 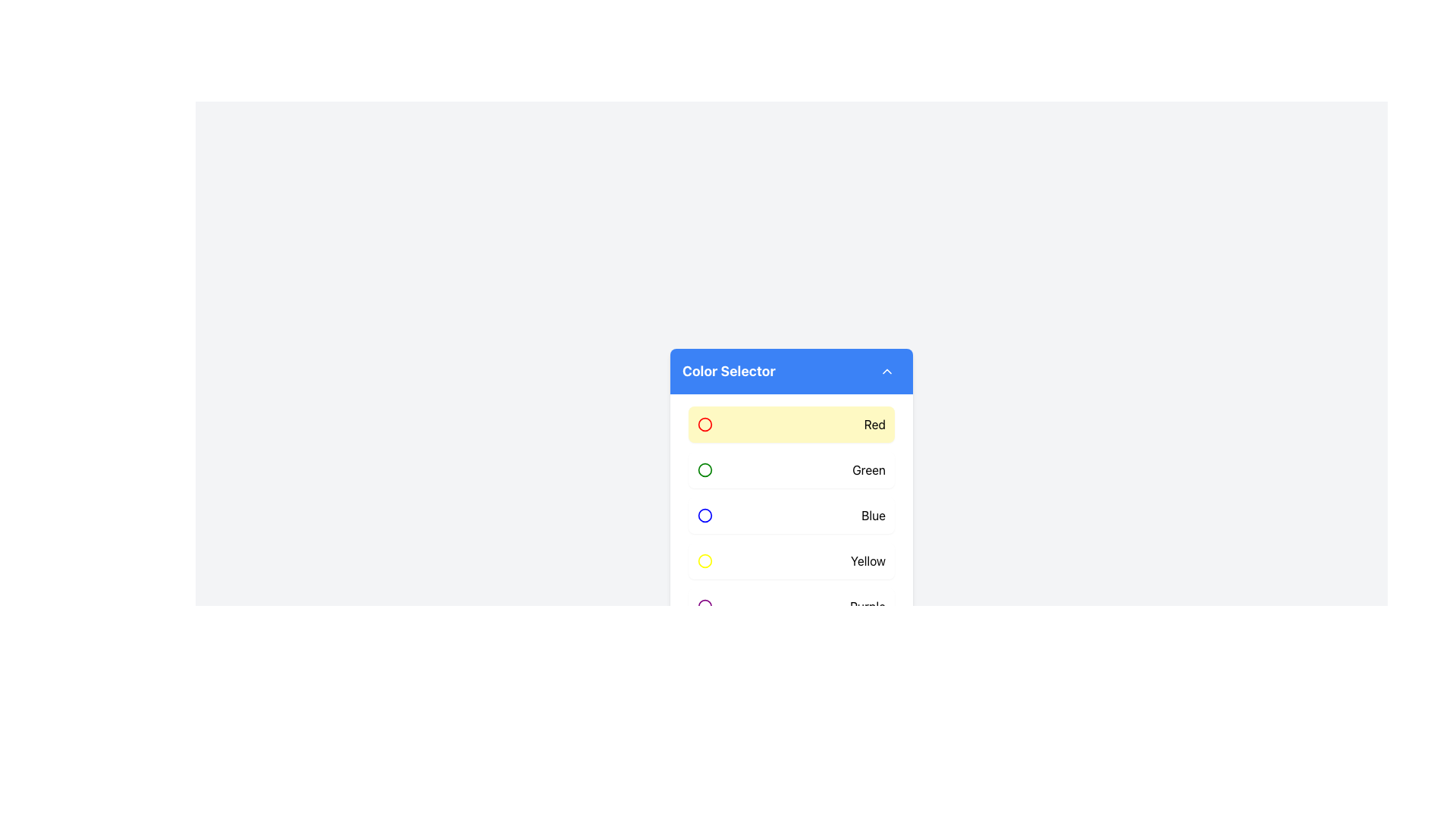 I want to click on the color selector icon representing the color 'Green' located in the second row of the color options list, so click(x=704, y=469).